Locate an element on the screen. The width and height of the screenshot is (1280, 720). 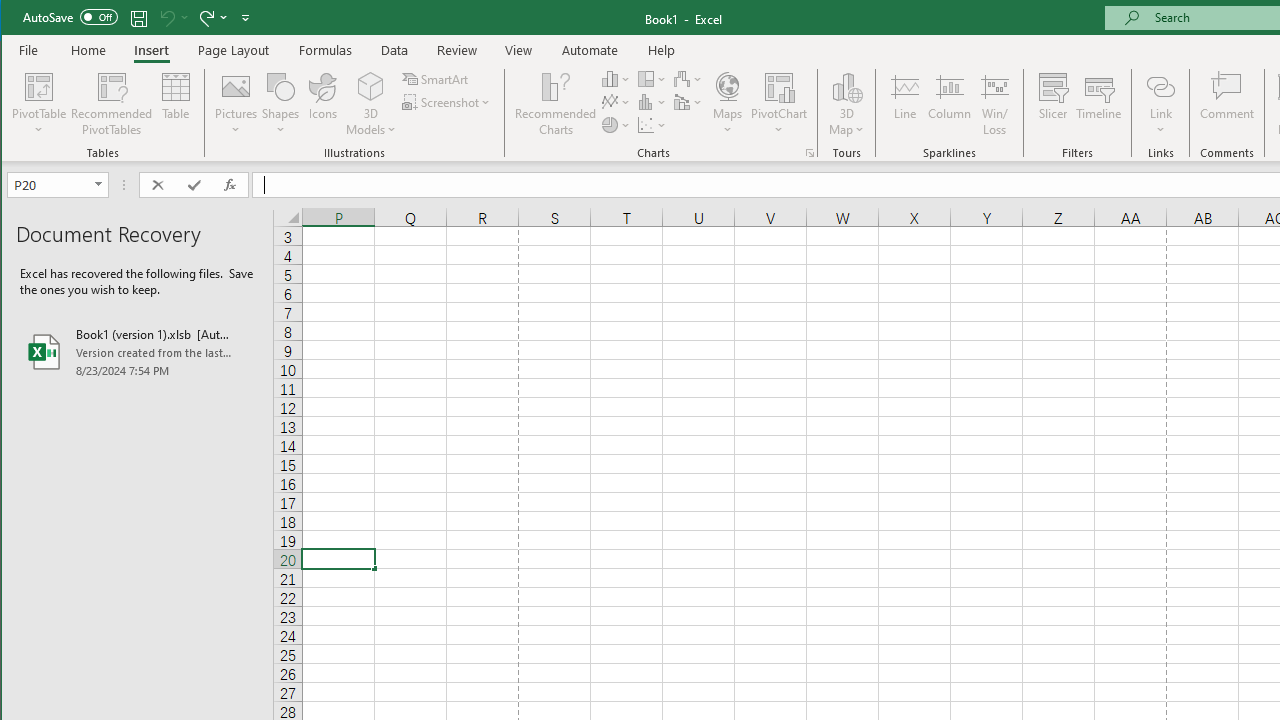
'Insert Waterfall, Funnel, Stock, Surface, or Radar Chart' is located at coordinates (688, 78).